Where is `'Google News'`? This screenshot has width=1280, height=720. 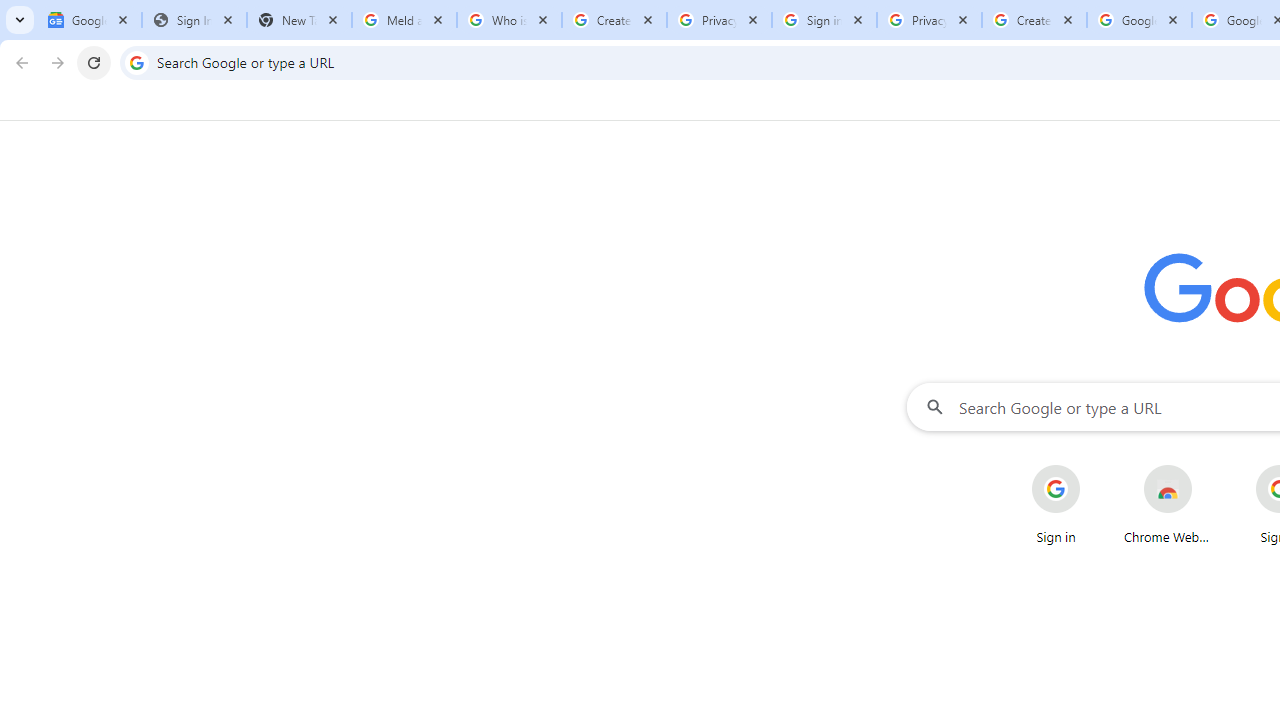 'Google News' is located at coordinates (88, 20).